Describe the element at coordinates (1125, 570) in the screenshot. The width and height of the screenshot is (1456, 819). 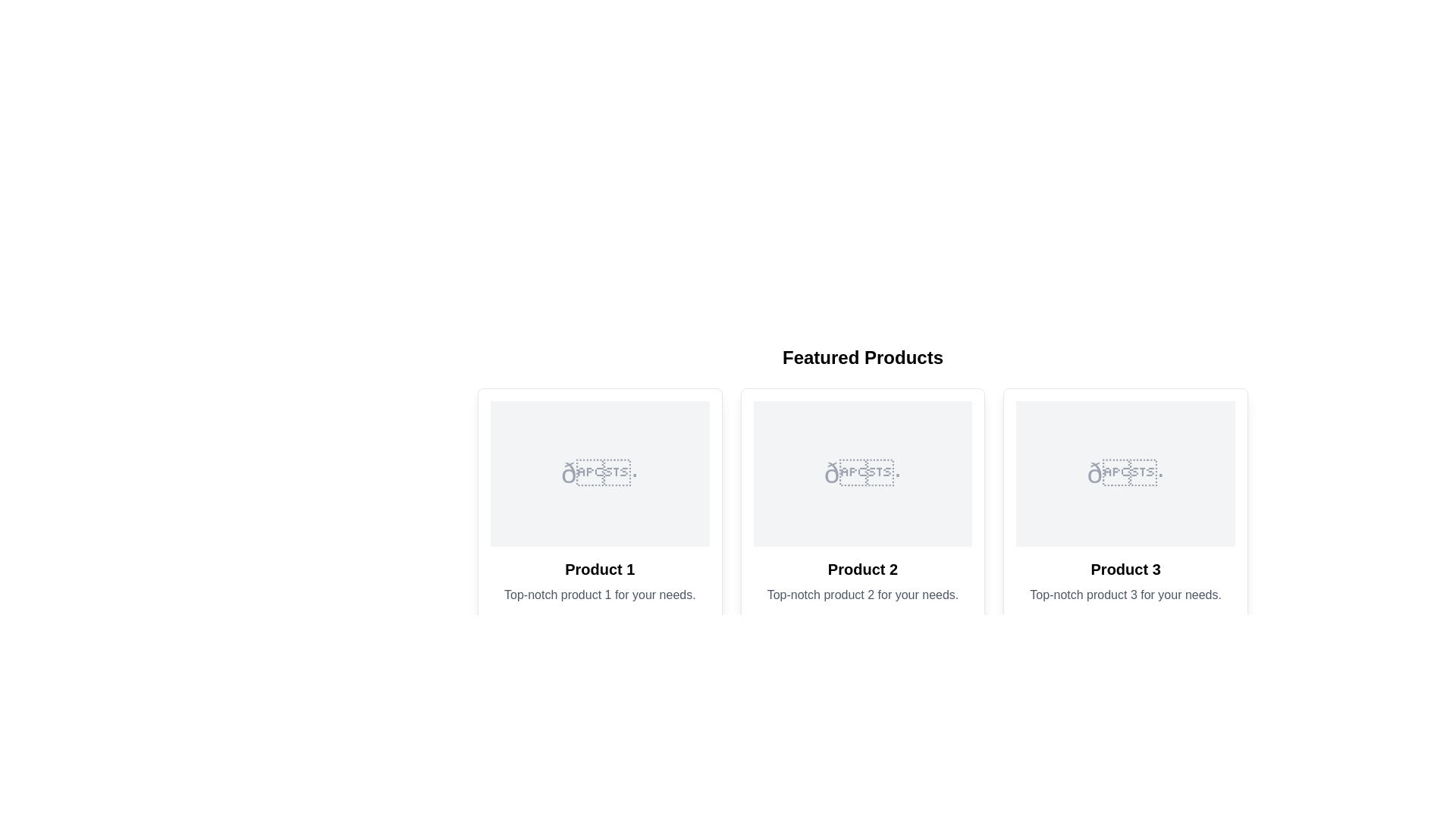
I see `the text label that serves as the title or name for the product being featured, which is the third item in a horizontally aligned list of product details` at that location.